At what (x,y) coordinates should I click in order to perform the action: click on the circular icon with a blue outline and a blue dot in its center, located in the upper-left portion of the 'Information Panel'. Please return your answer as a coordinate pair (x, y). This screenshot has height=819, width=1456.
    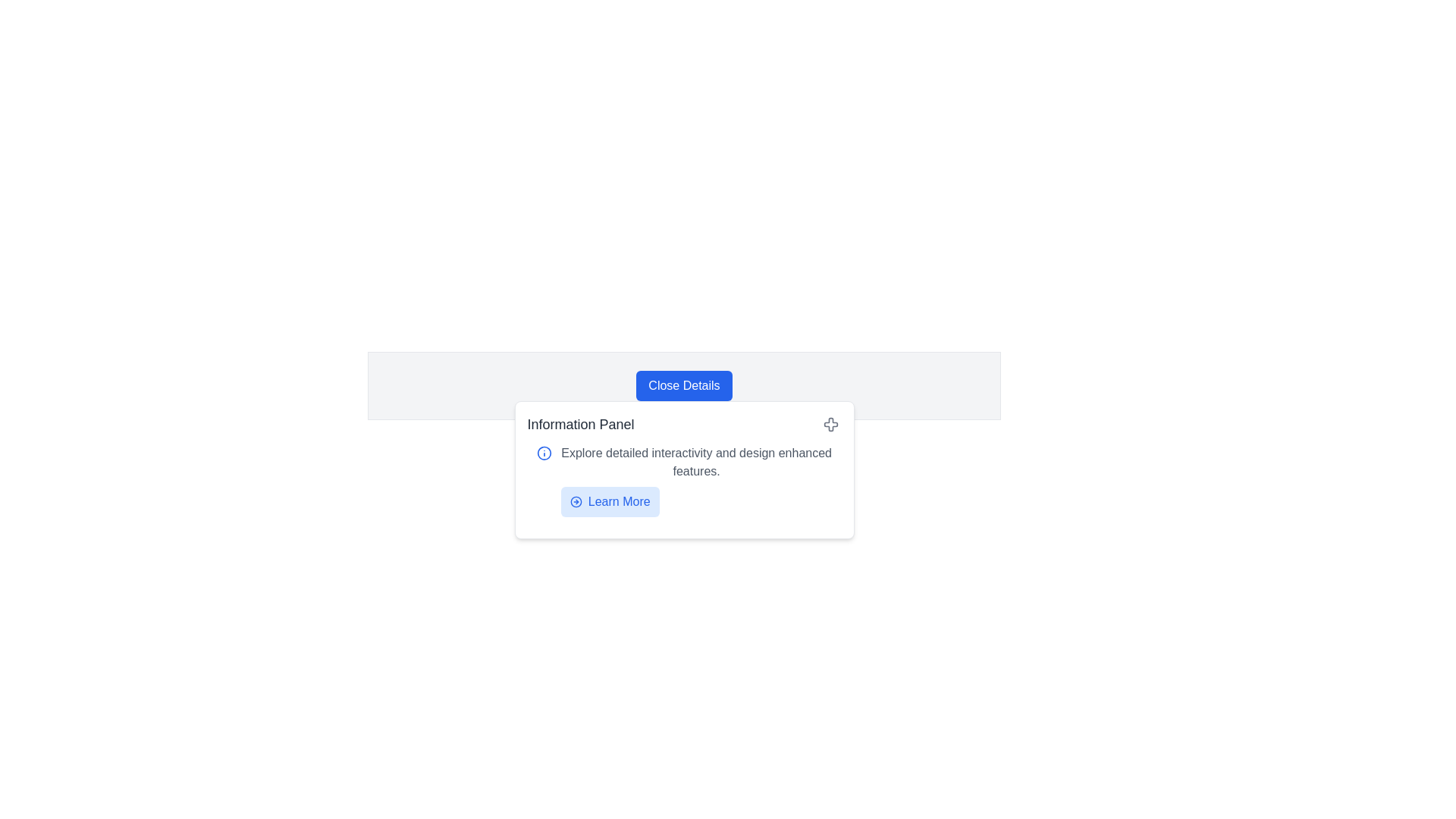
    Looking at the image, I should click on (544, 452).